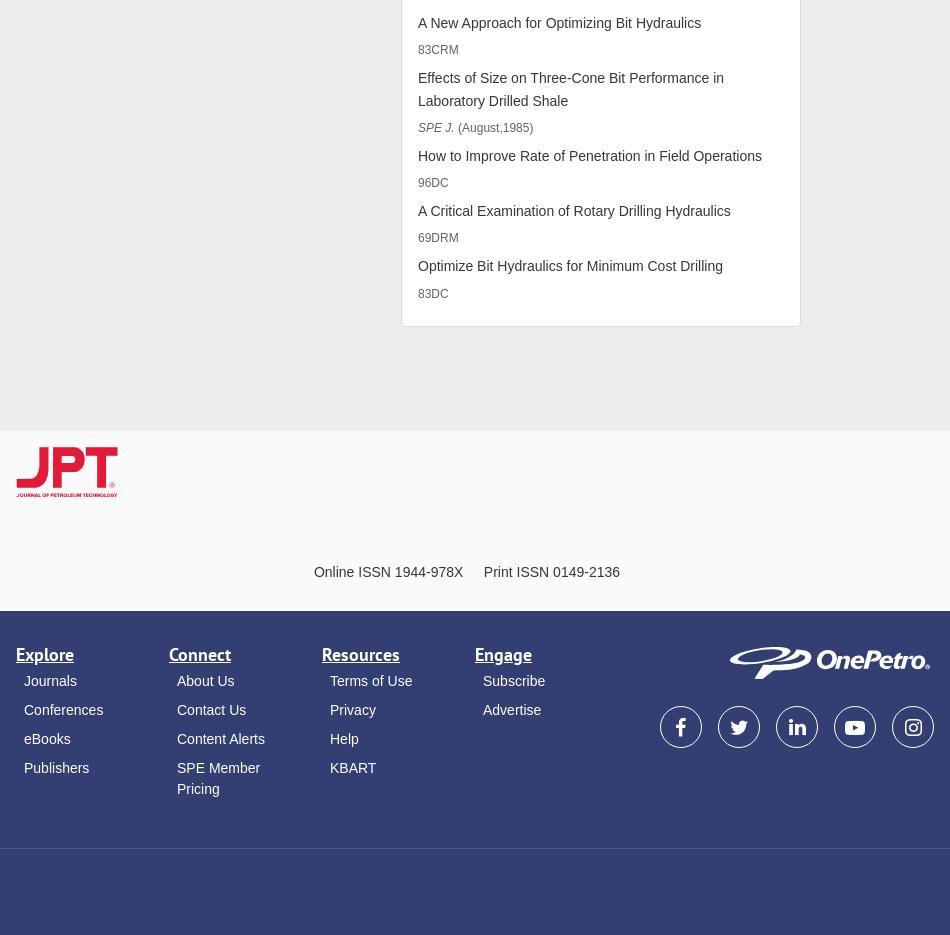  What do you see at coordinates (220, 737) in the screenshot?
I see `'Content Alerts'` at bounding box center [220, 737].